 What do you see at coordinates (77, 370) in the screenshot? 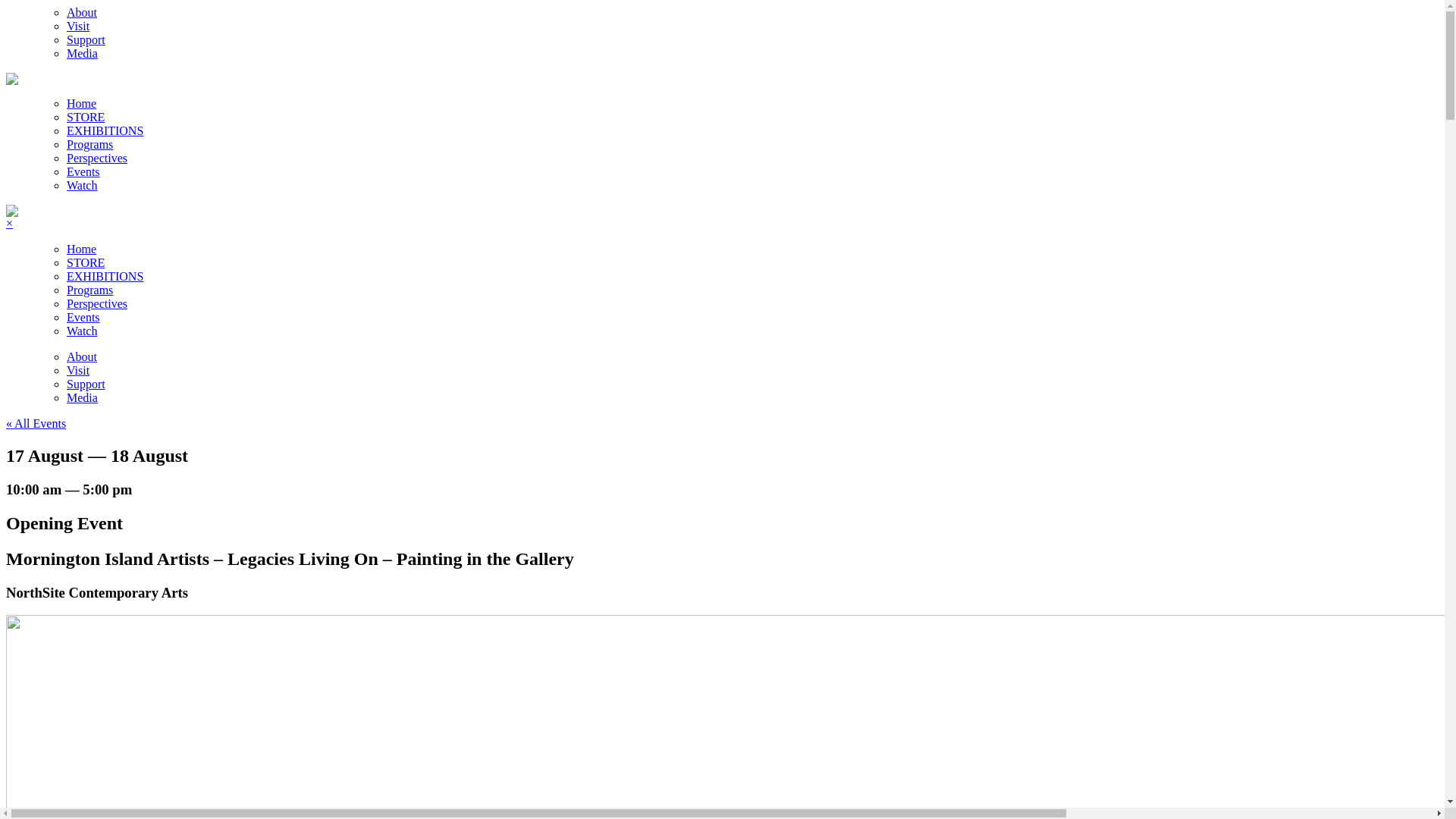
I see `'Visit'` at bounding box center [77, 370].